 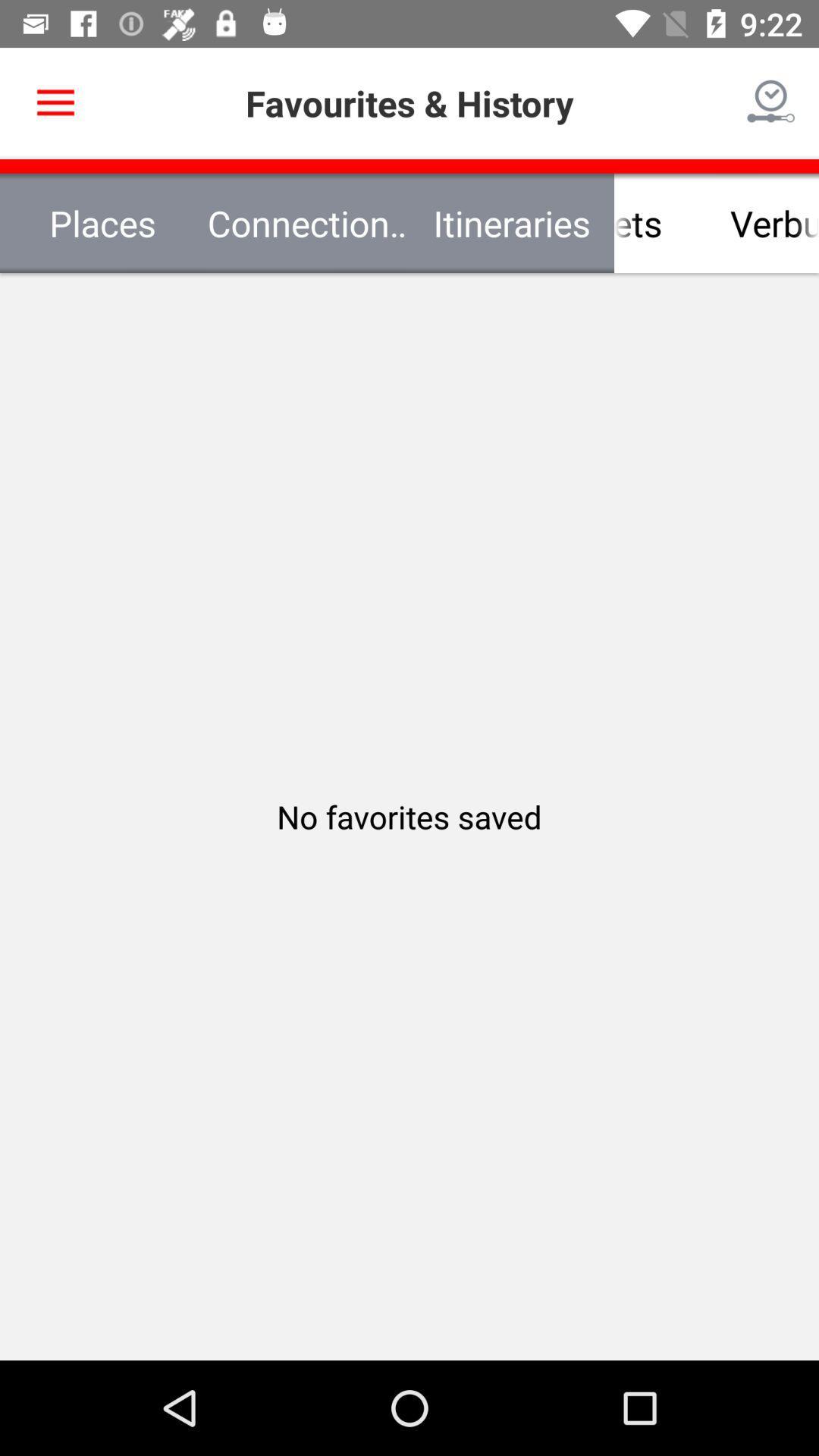 I want to click on the item next to connection requests icon, so click(x=614, y=222).